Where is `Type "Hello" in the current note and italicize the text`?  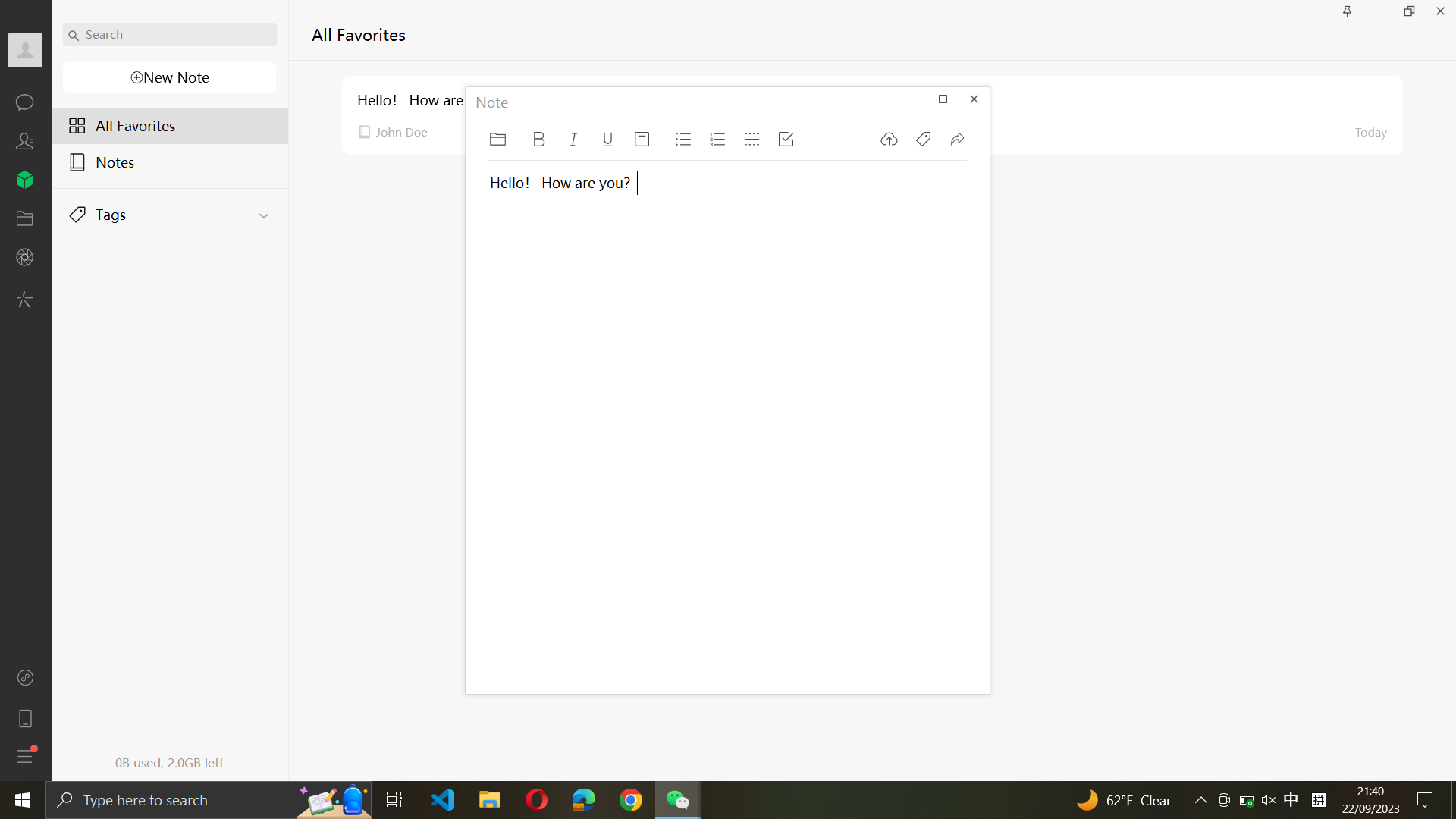
Type "Hello" in the current note and italicize the text is located at coordinates (551, 444).